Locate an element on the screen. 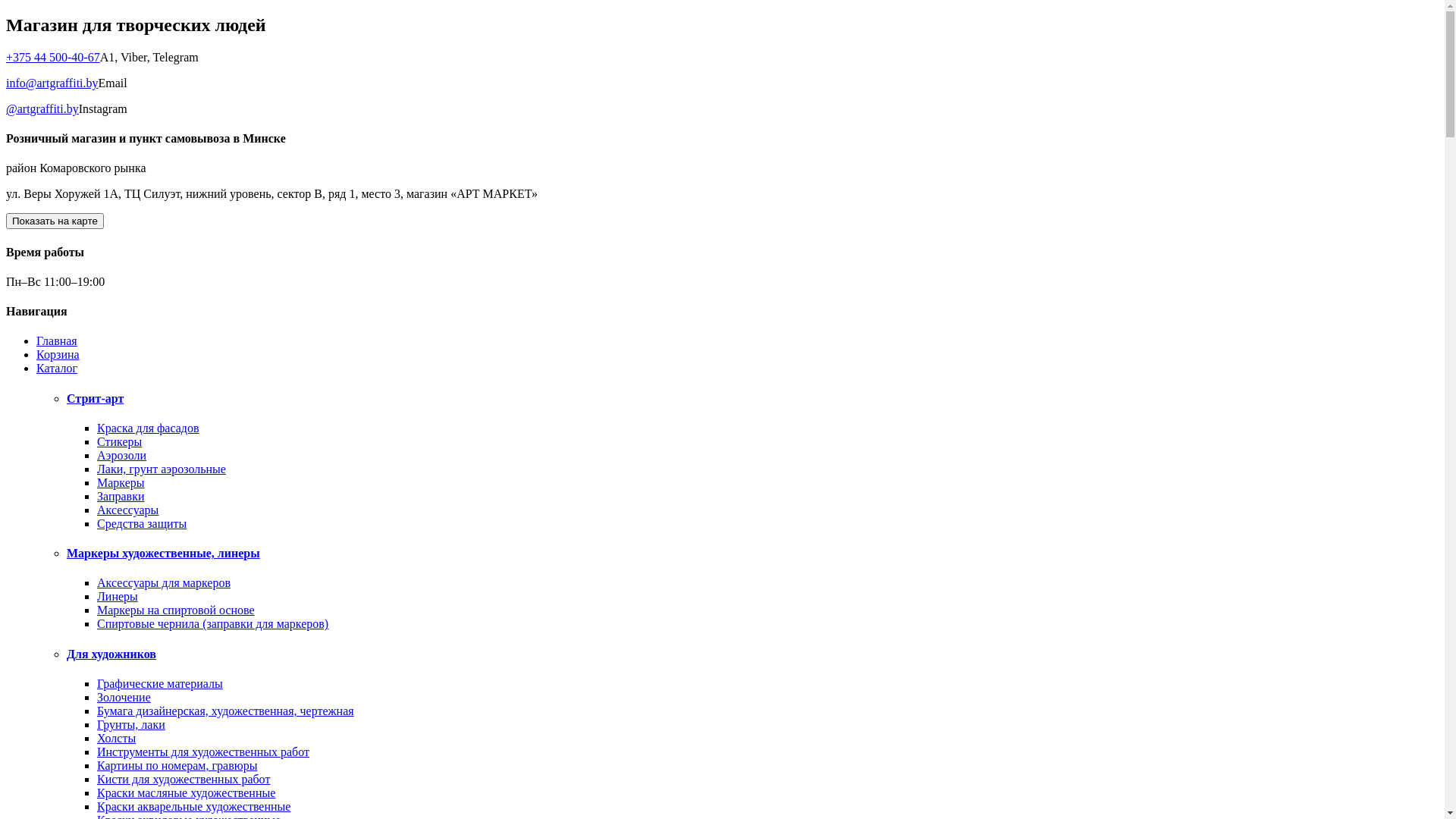 Image resolution: width=1456 pixels, height=819 pixels. 'info@artgraffiti.by' is located at coordinates (52, 83).